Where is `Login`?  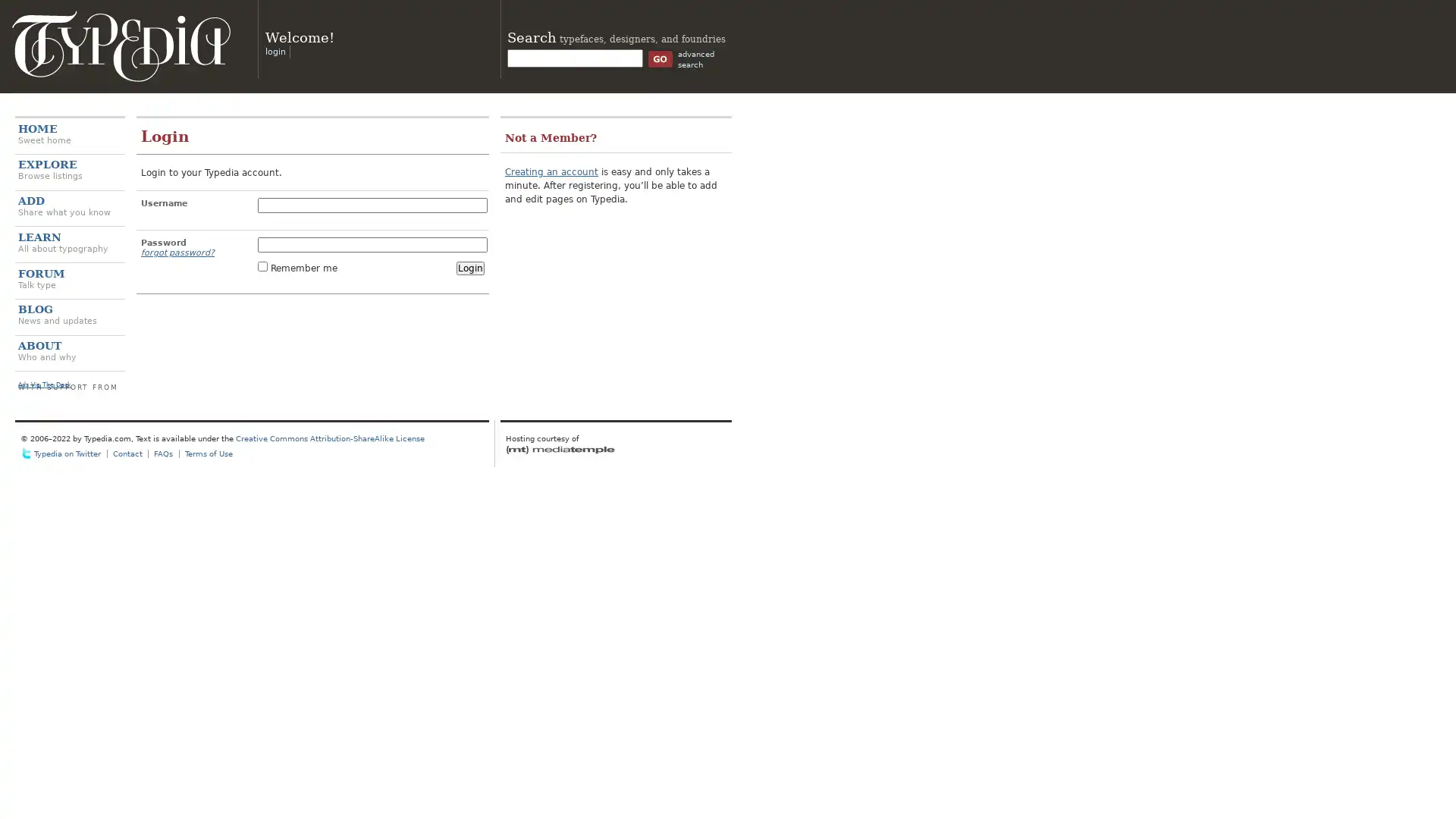 Login is located at coordinates (469, 267).